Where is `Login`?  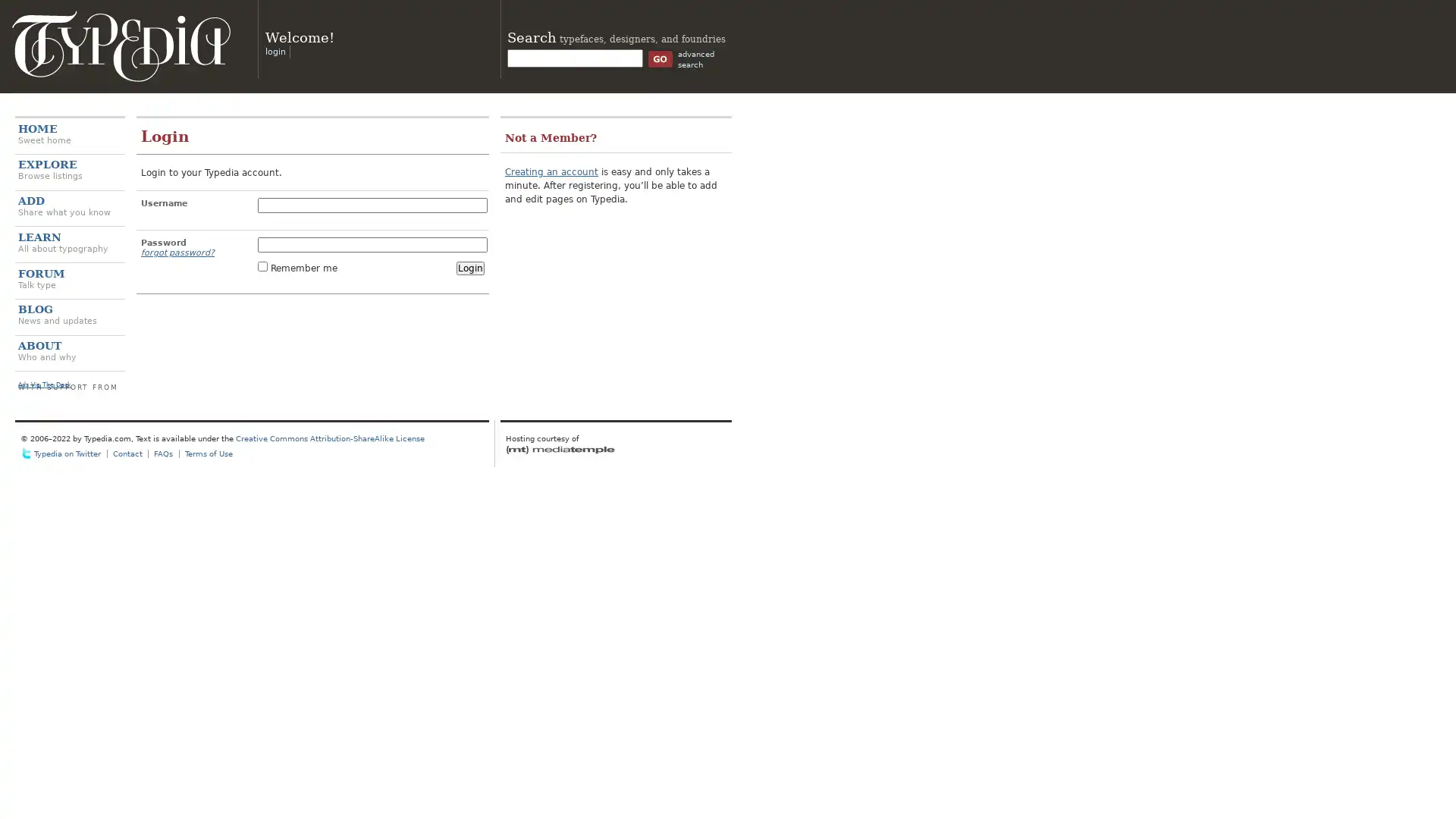 Login is located at coordinates (469, 267).